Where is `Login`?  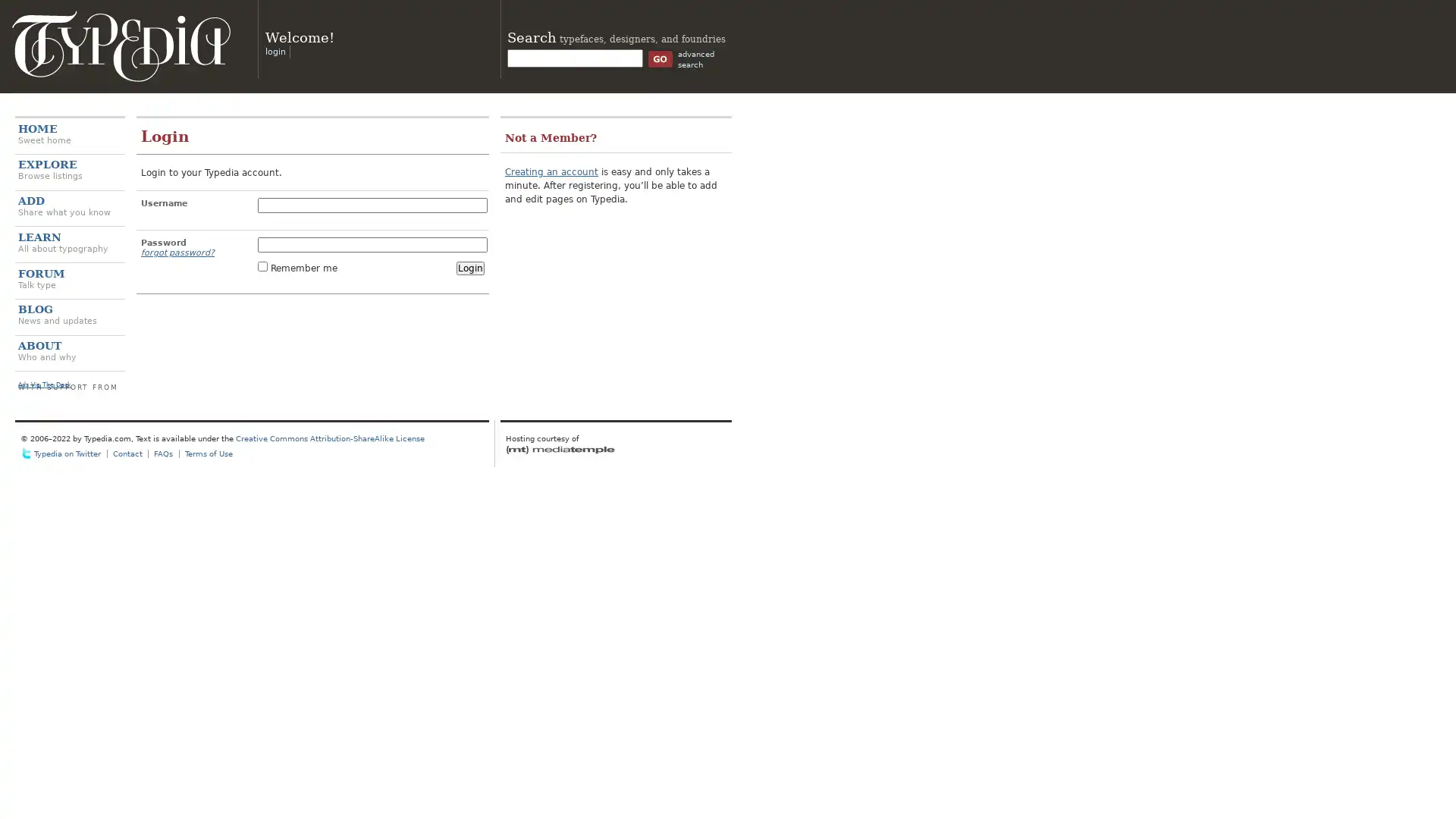 Login is located at coordinates (469, 267).